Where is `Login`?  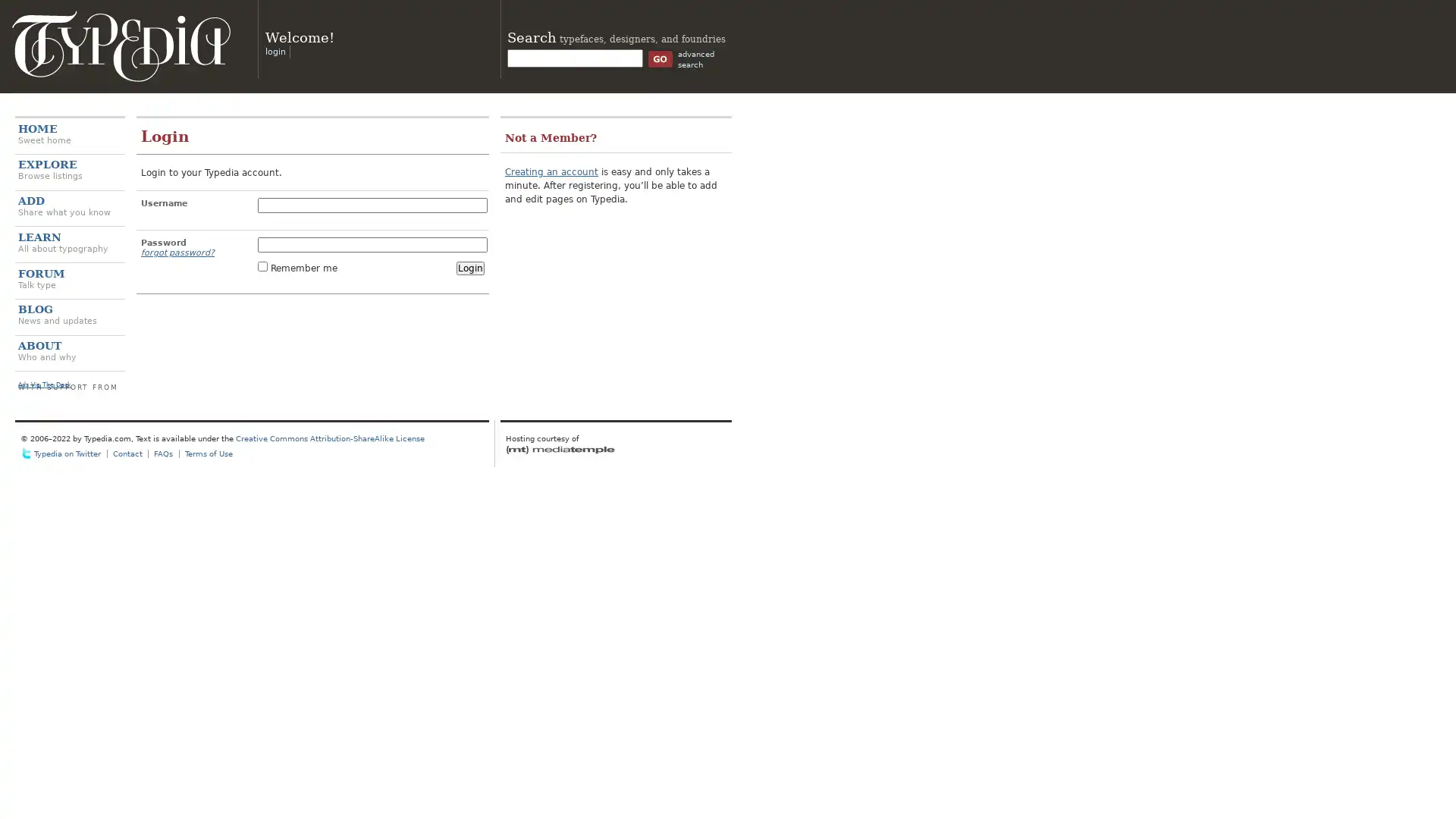 Login is located at coordinates (469, 267).